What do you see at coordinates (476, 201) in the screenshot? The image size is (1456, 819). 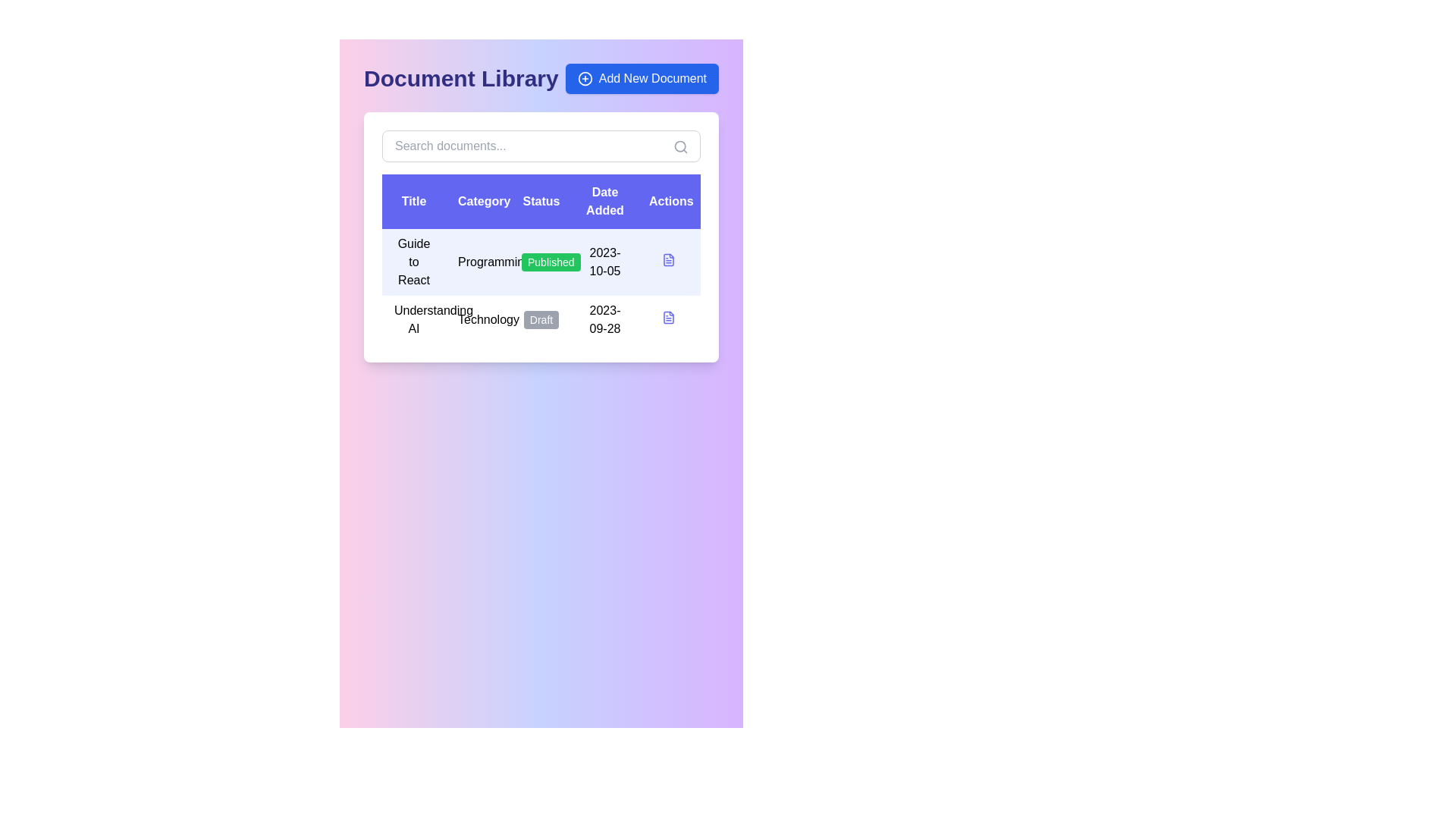 I see `the Table Header Label indicating 'Category' in the tabular display, positioned between 'Title' and 'Status'` at bounding box center [476, 201].